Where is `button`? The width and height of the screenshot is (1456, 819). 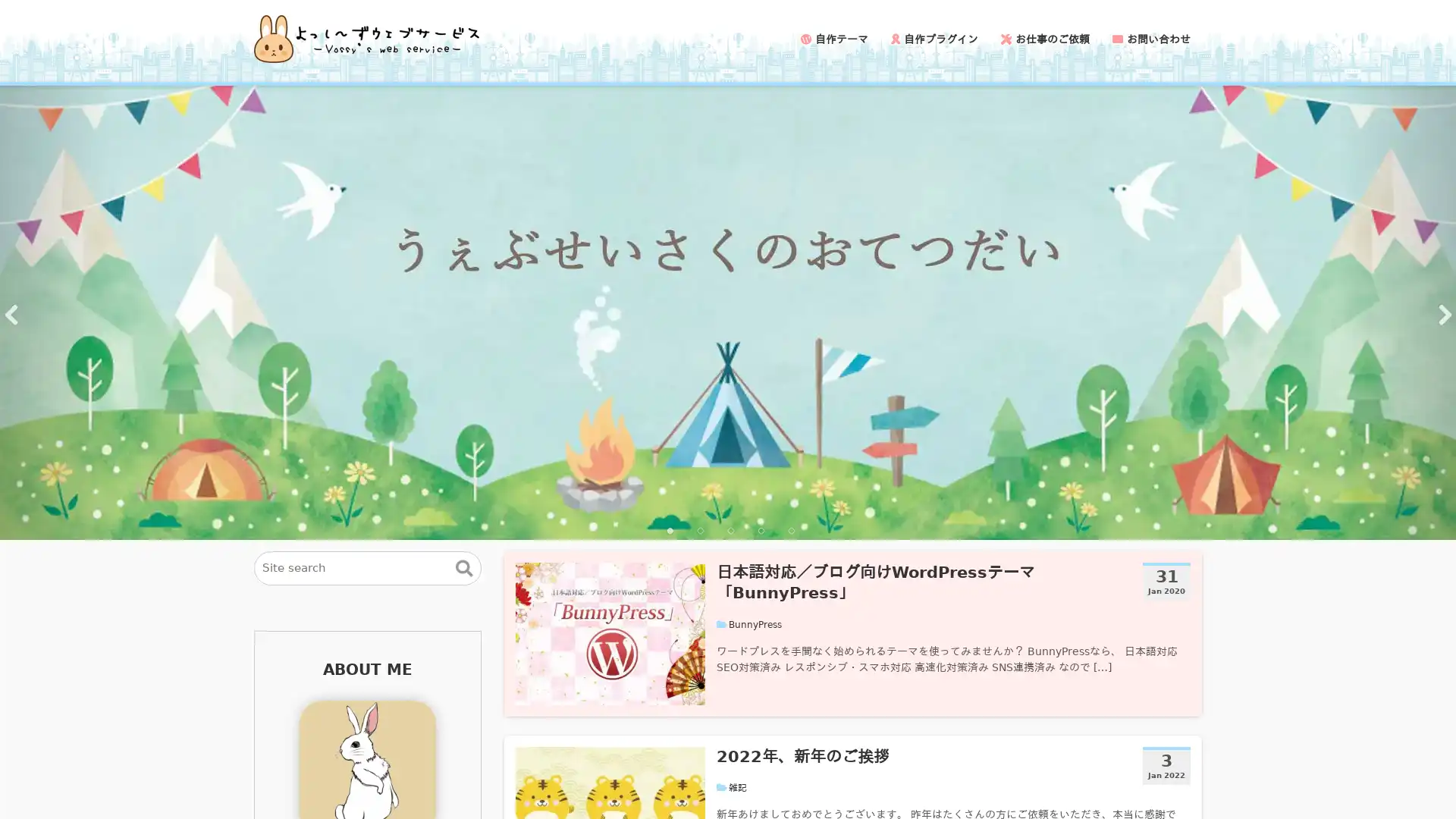
button is located at coordinates (463, 567).